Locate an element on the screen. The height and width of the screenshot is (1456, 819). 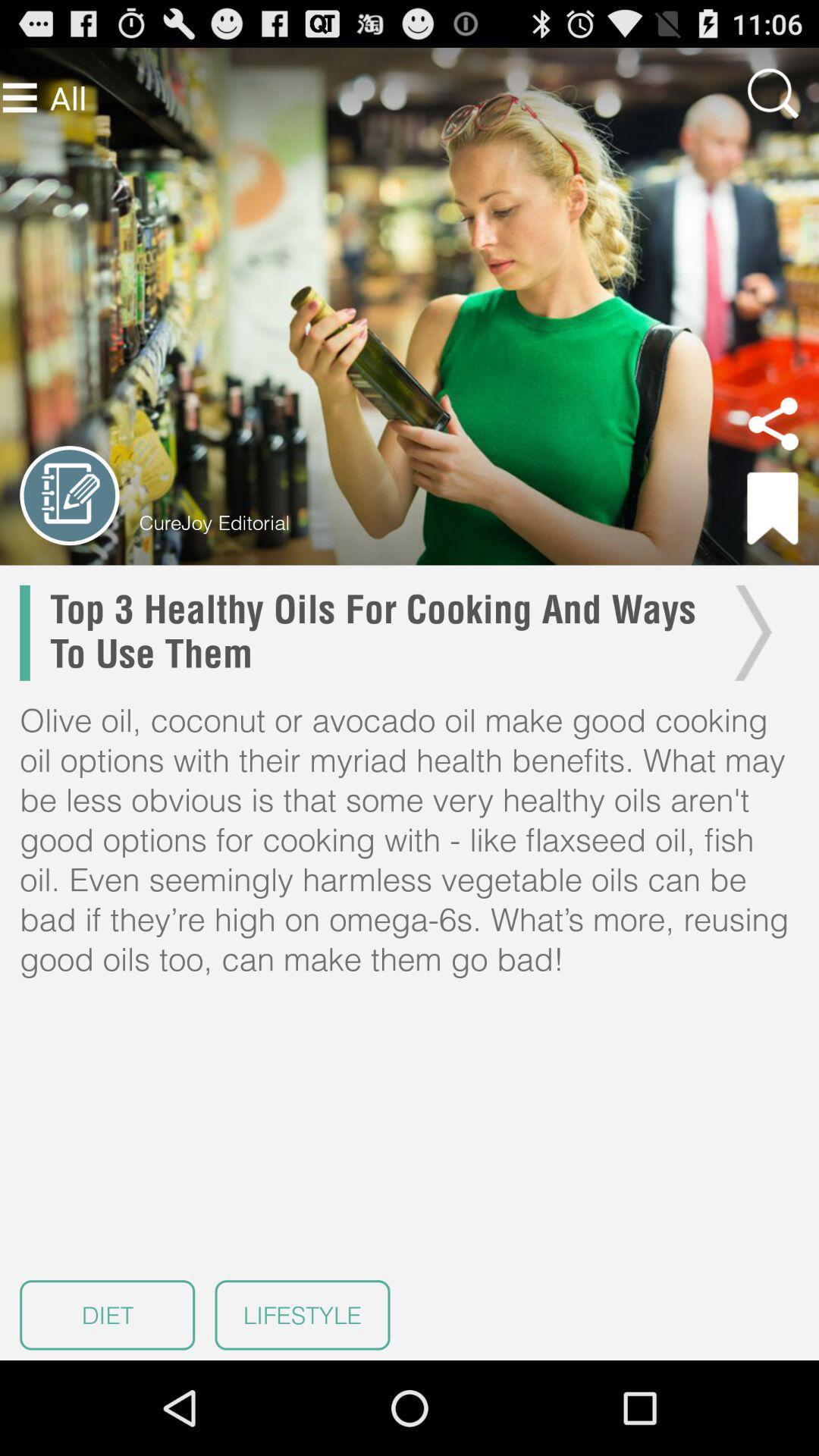
the share icon is located at coordinates (773, 453).